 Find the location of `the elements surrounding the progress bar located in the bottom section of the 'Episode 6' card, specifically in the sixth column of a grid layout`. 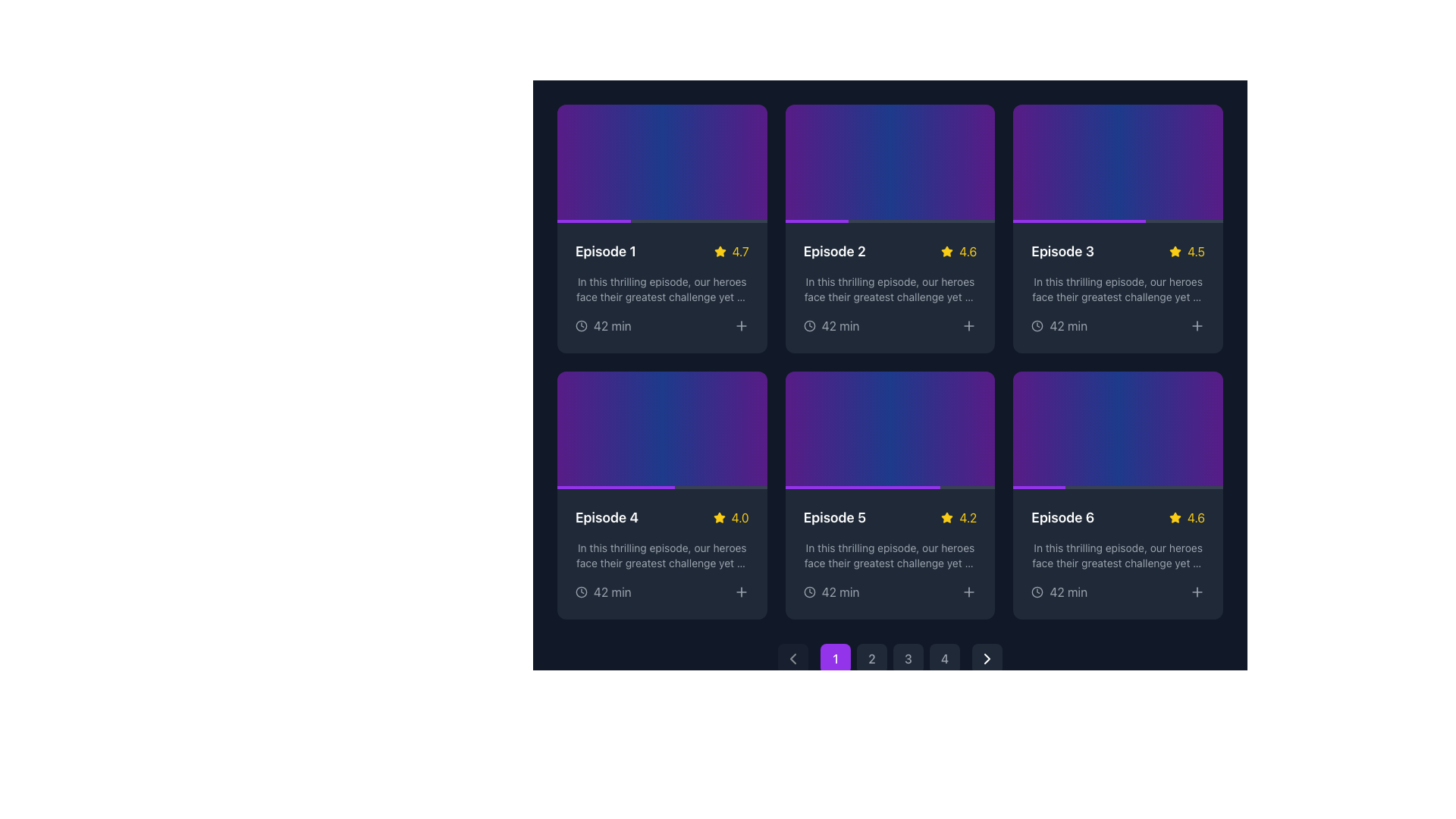

the elements surrounding the progress bar located in the bottom section of the 'Episode 6' card, specifically in the sixth column of a grid layout is located at coordinates (1118, 488).